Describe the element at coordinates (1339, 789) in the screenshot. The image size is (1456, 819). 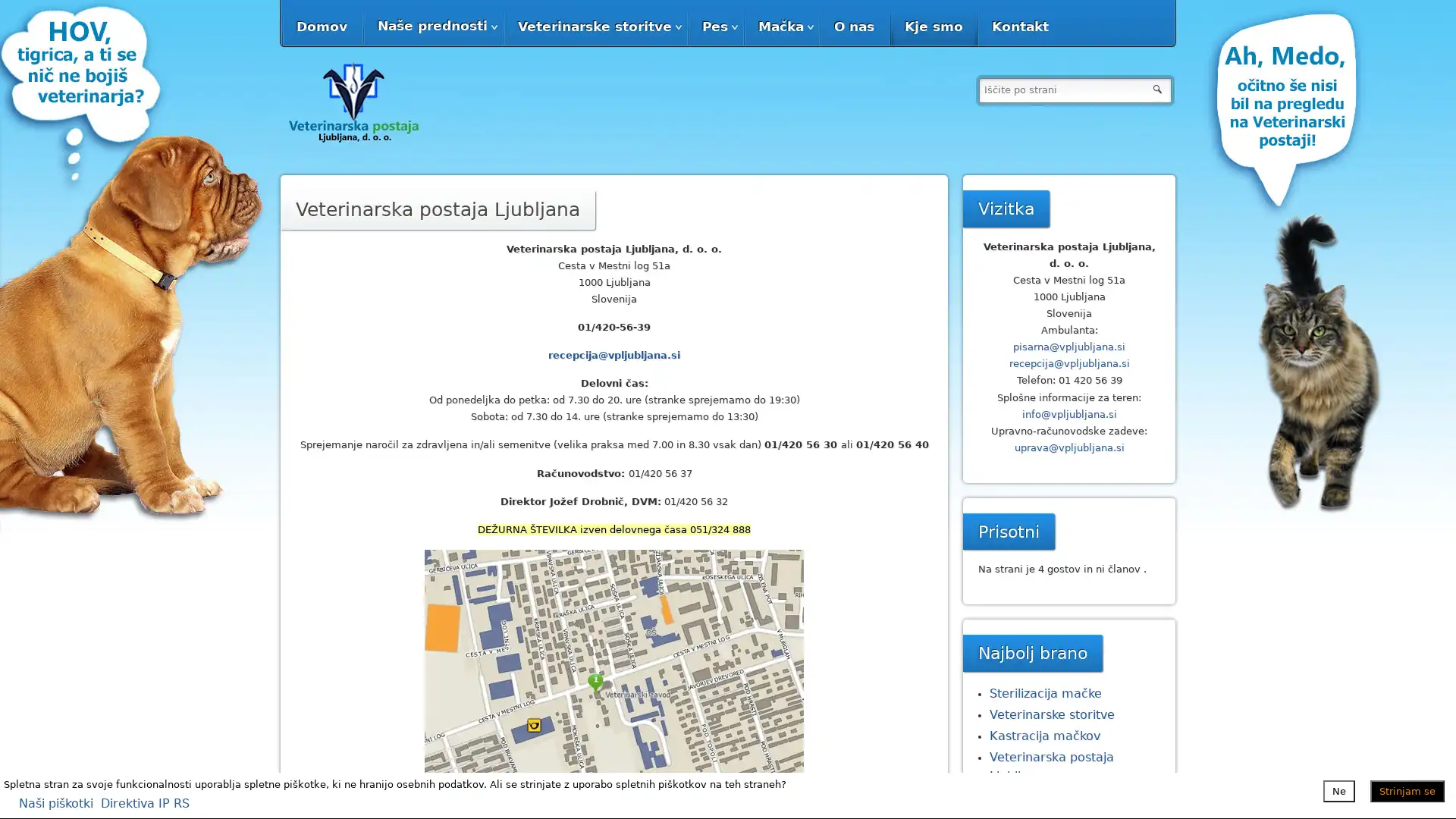
I see `Ne` at that location.